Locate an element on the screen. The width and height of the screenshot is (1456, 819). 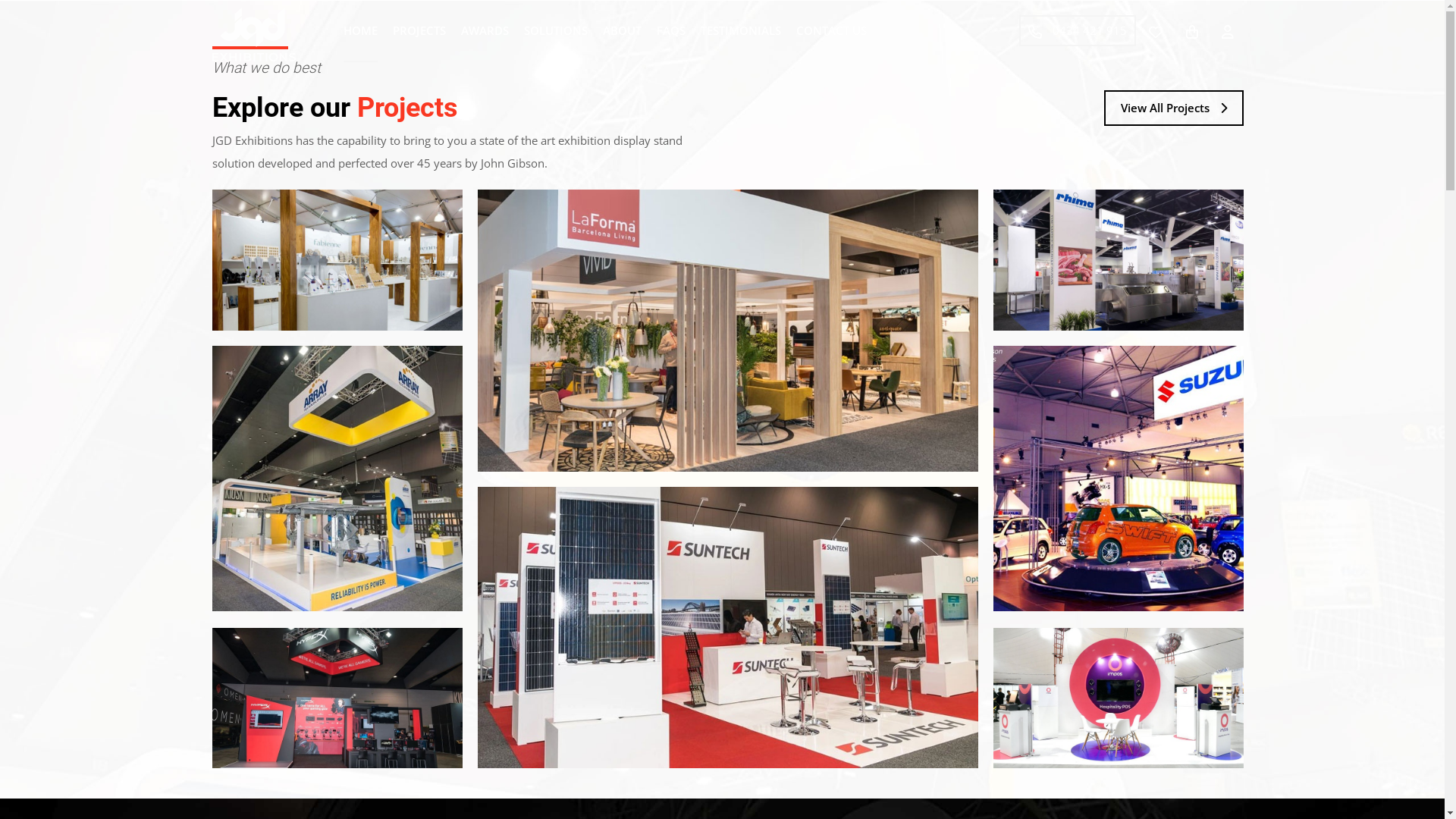
'JGD Exhibitions' is located at coordinates (254, 34).